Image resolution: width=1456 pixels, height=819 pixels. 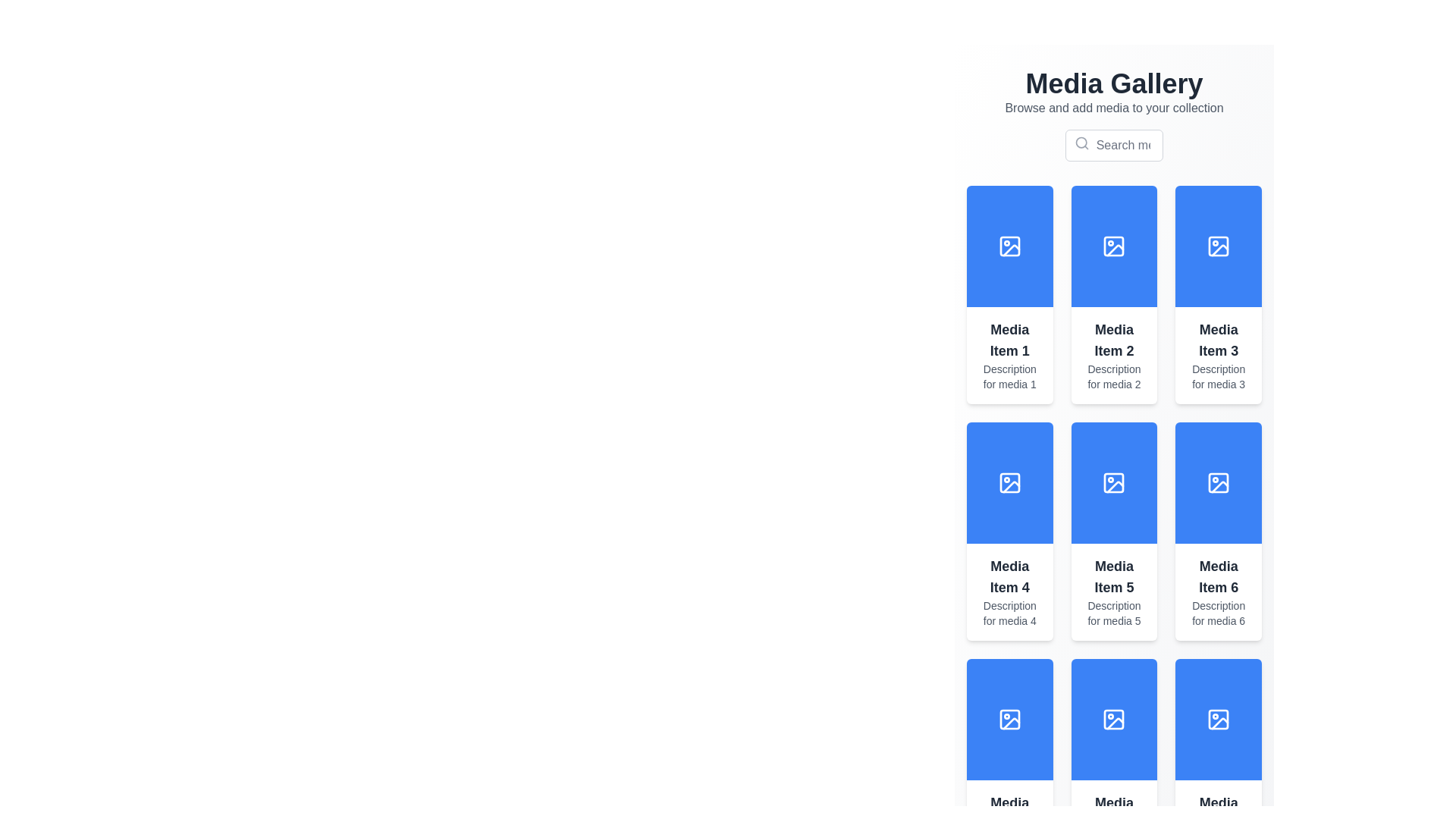 I want to click on the interactive SVG graphic rectangle with rounded corners located in the top-left card of the media gallery grid, so click(x=1009, y=245).